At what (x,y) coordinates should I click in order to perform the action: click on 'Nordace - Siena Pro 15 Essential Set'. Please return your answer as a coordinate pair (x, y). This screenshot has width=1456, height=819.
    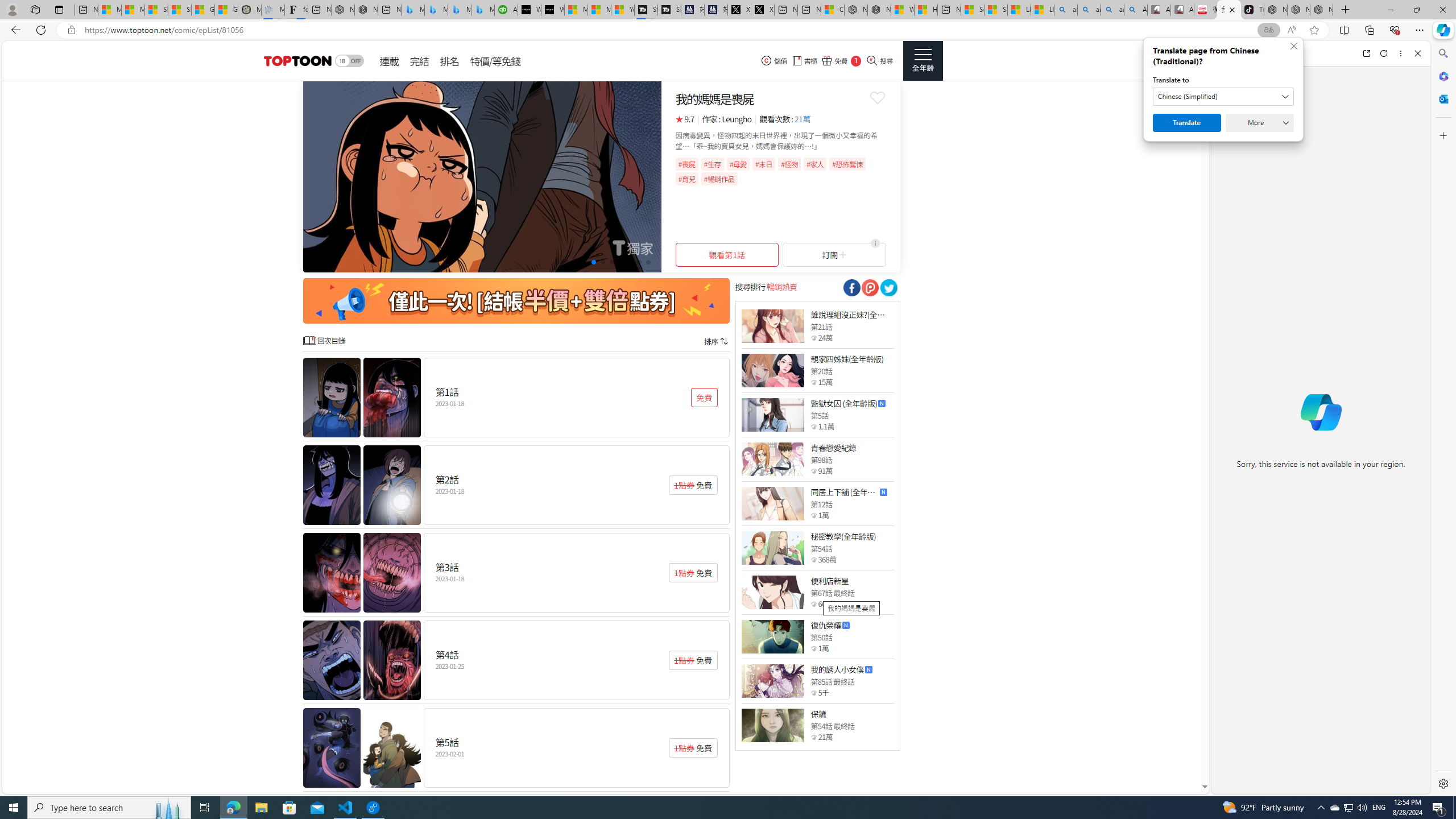
    Looking at the image, I should click on (1321, 9).